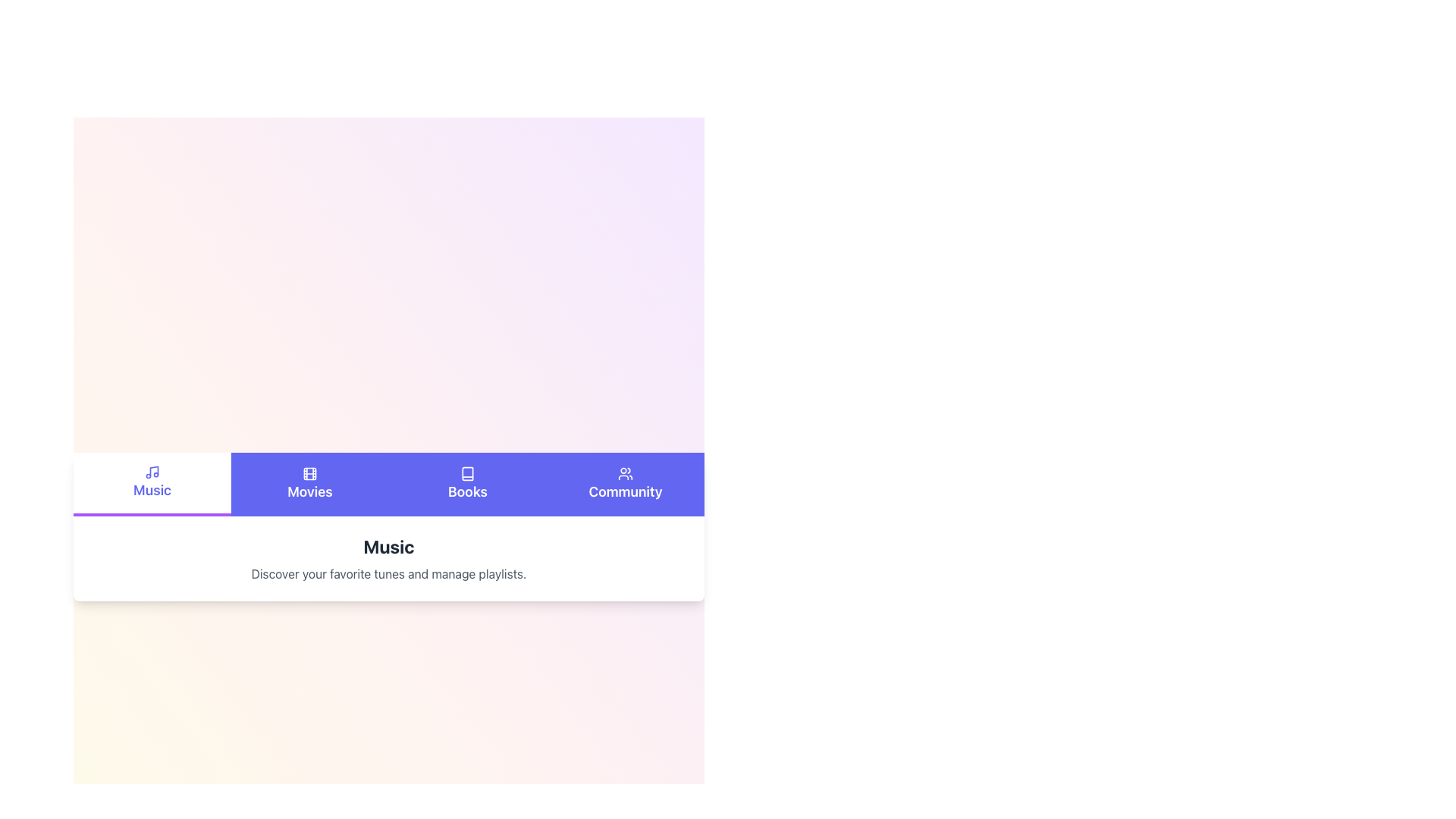 Image resolution: width=1456 pixels, height=819 pixels. I want to click on the rectangular button with a purple background and a white book icon labeled 'Books', so click(467, 485).